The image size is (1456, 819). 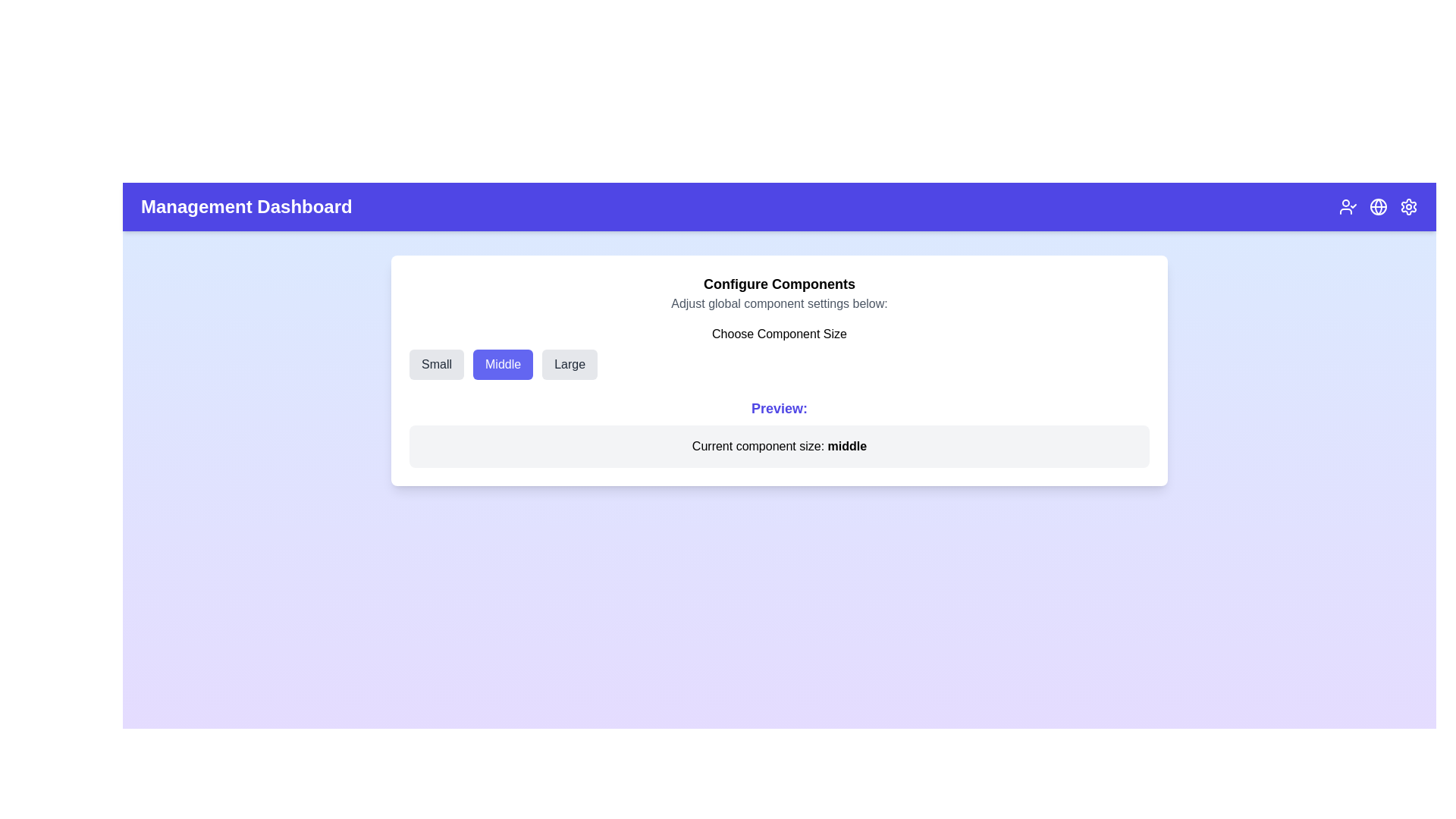 I want to click on the Text block that serves as a header with a subtitle, providing context about configuring global component settings, so click(x=779, y=293).